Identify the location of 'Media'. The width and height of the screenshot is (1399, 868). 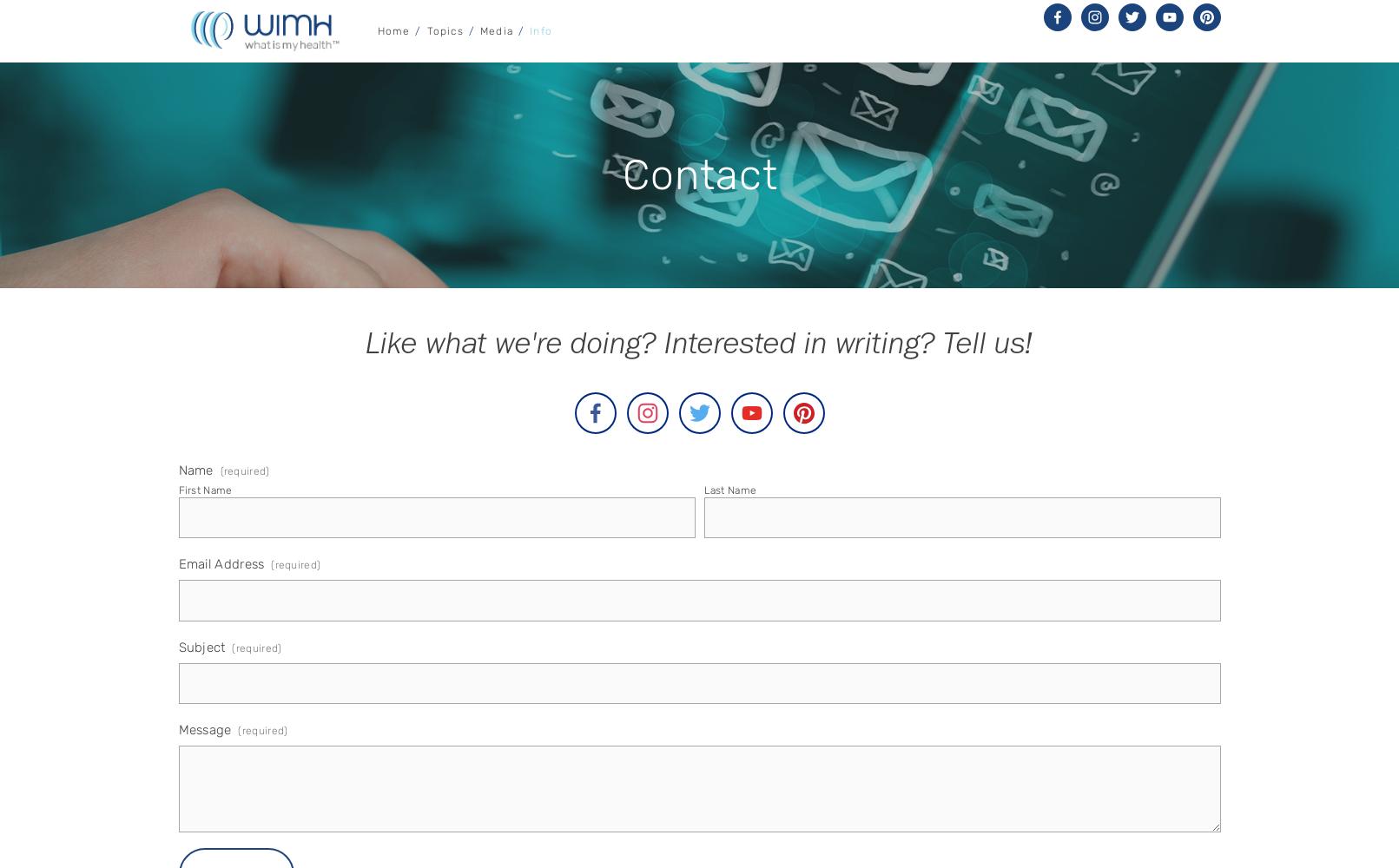
(496, 30).